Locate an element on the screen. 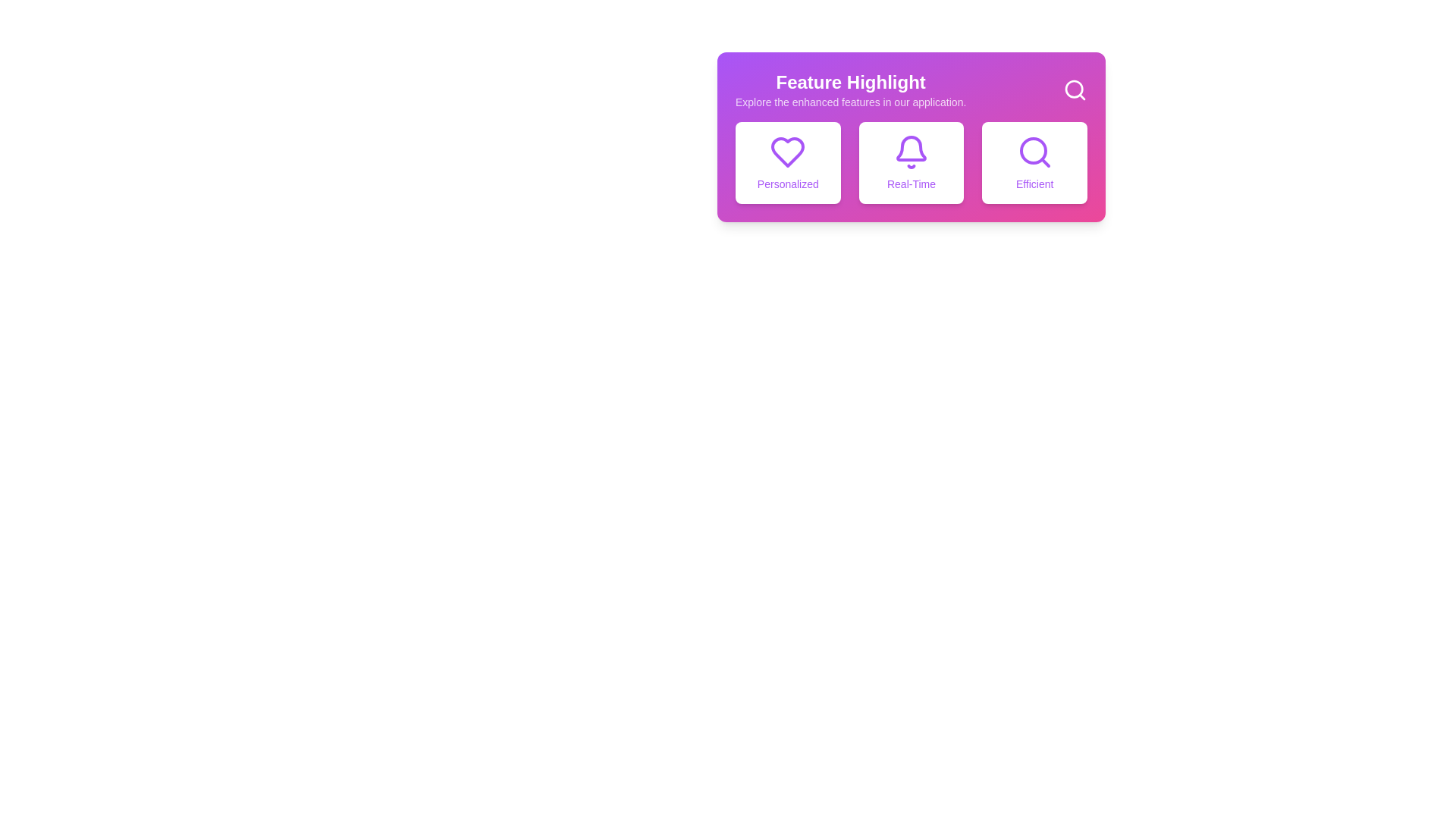 This screenshot has width=1456, height=819. the 'Real-Time' notifications icon located in the second card of the purple gradient box is located at coordinates (910, 152).